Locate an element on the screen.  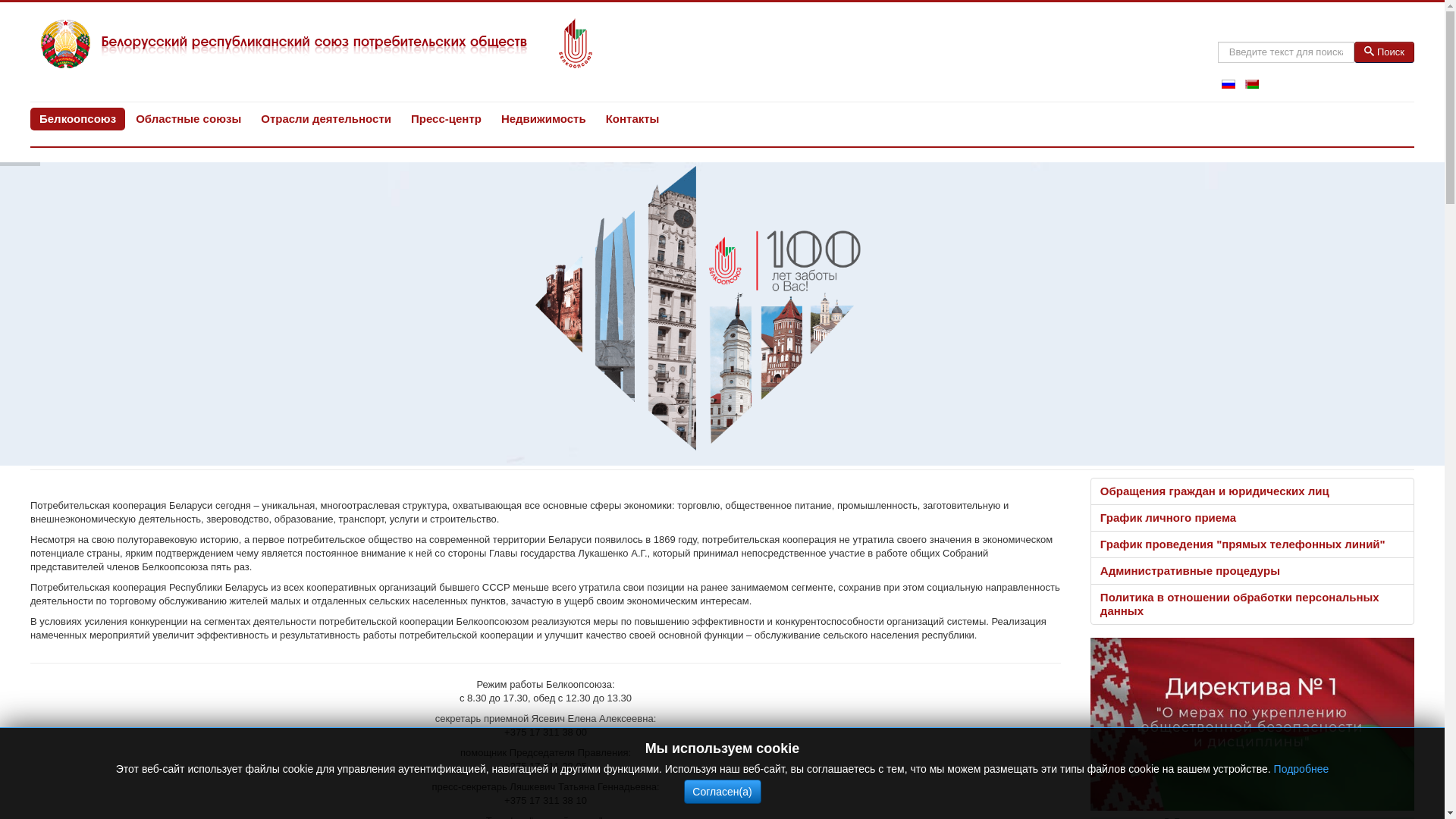
'Russian (RU)' is located at coordinates (1228, 84).